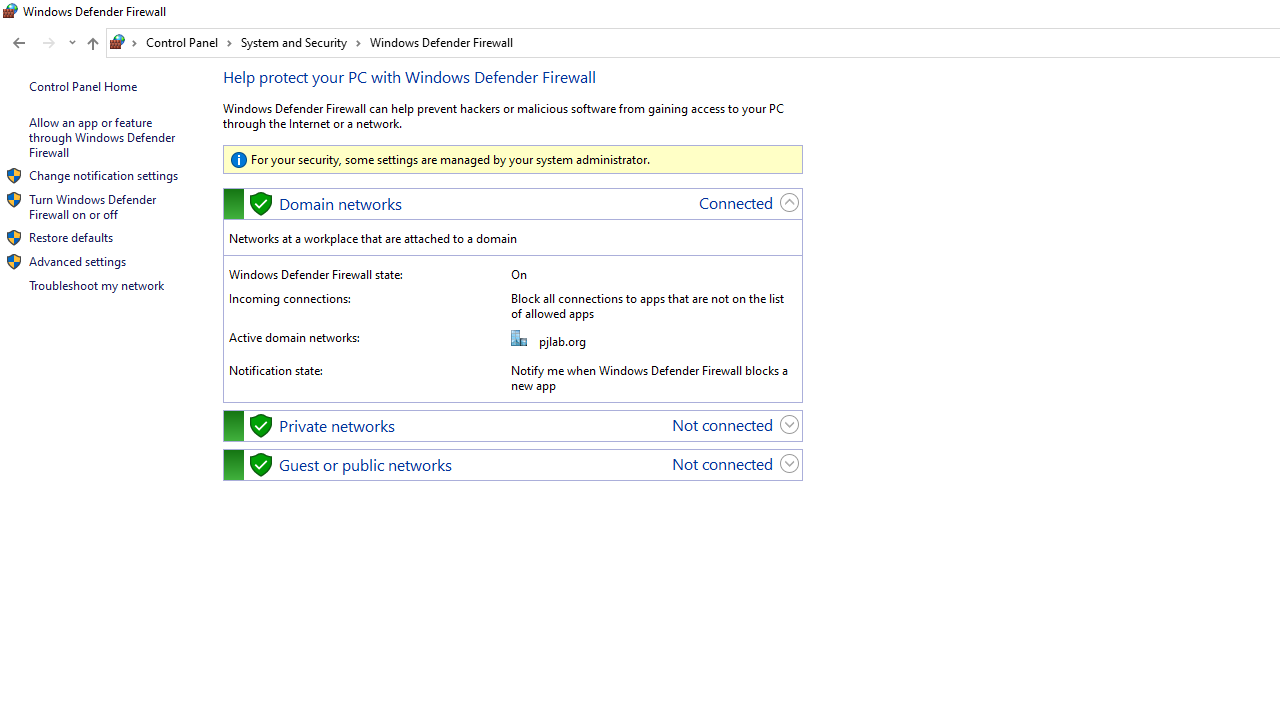  What do you see at coordinates (82, 85) in the screenshot?
I see `'Control Panel Home'` at bounding box center [82, 85].